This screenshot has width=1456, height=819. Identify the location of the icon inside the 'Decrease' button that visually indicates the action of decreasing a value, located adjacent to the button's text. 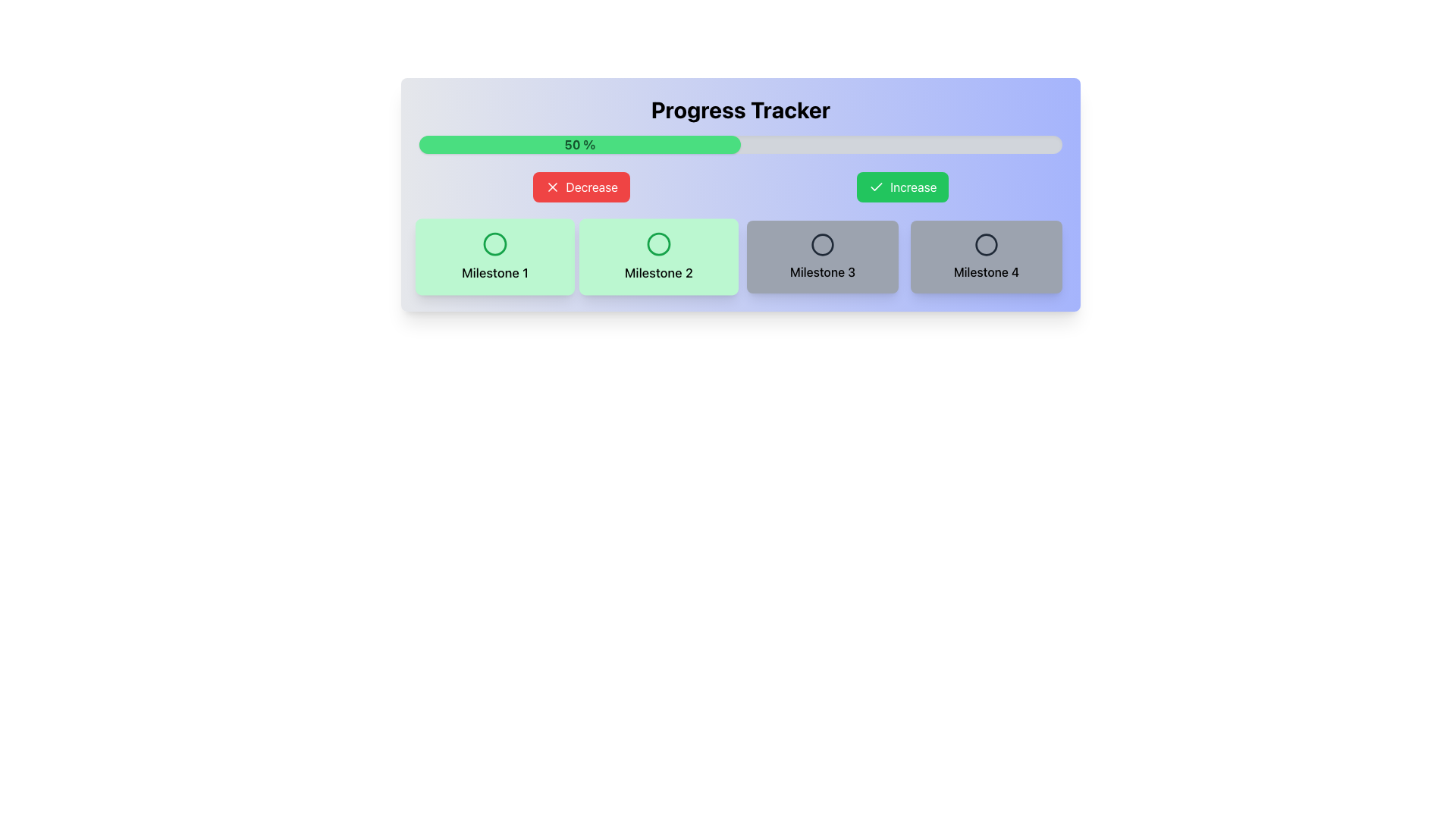
(551, 186).